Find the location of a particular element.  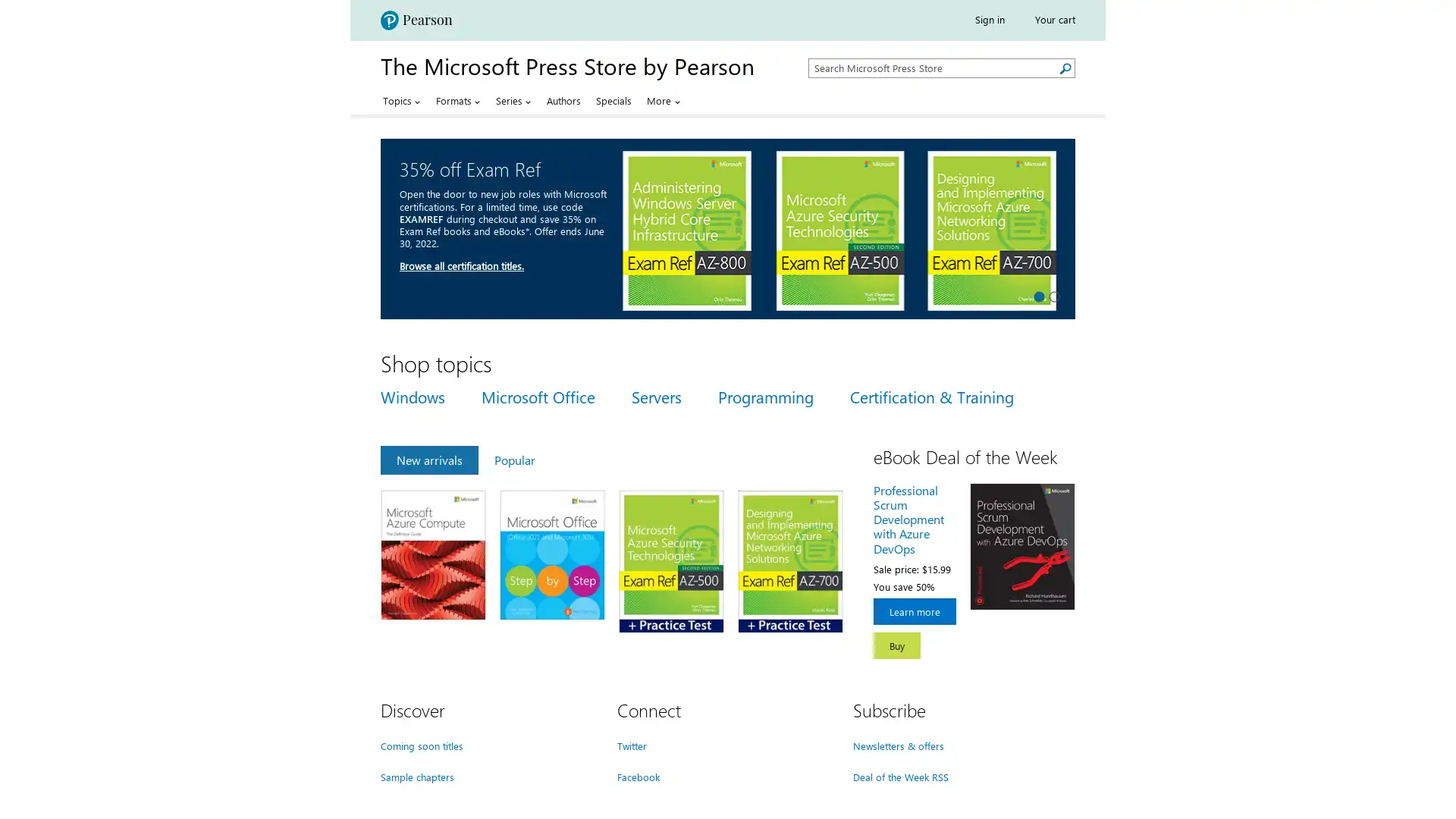

Search is located at coordinates (1065, 67).